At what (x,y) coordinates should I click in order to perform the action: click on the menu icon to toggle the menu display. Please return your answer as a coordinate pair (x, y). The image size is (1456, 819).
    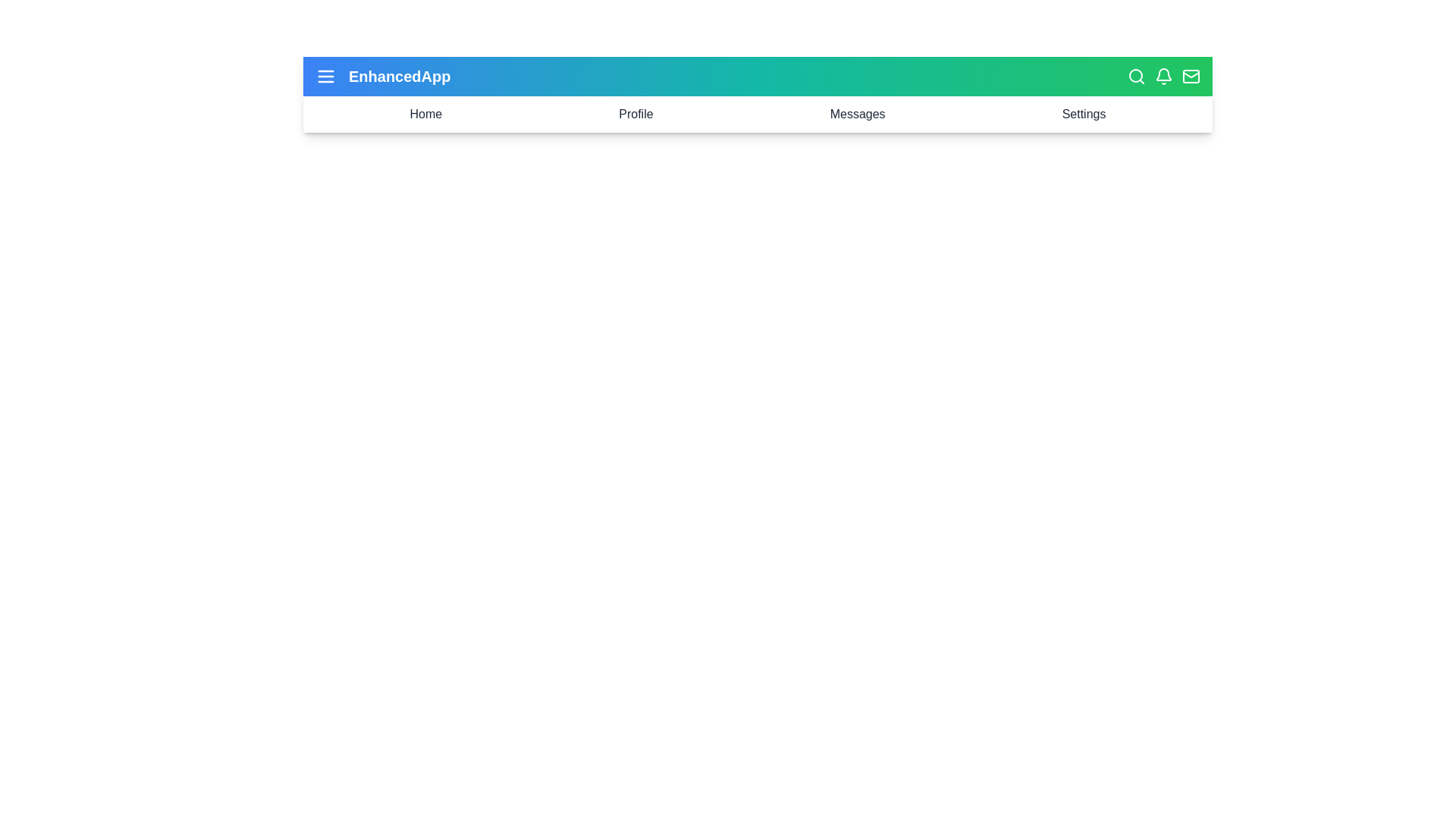
    Looking at the image, I should click on (325, 76).